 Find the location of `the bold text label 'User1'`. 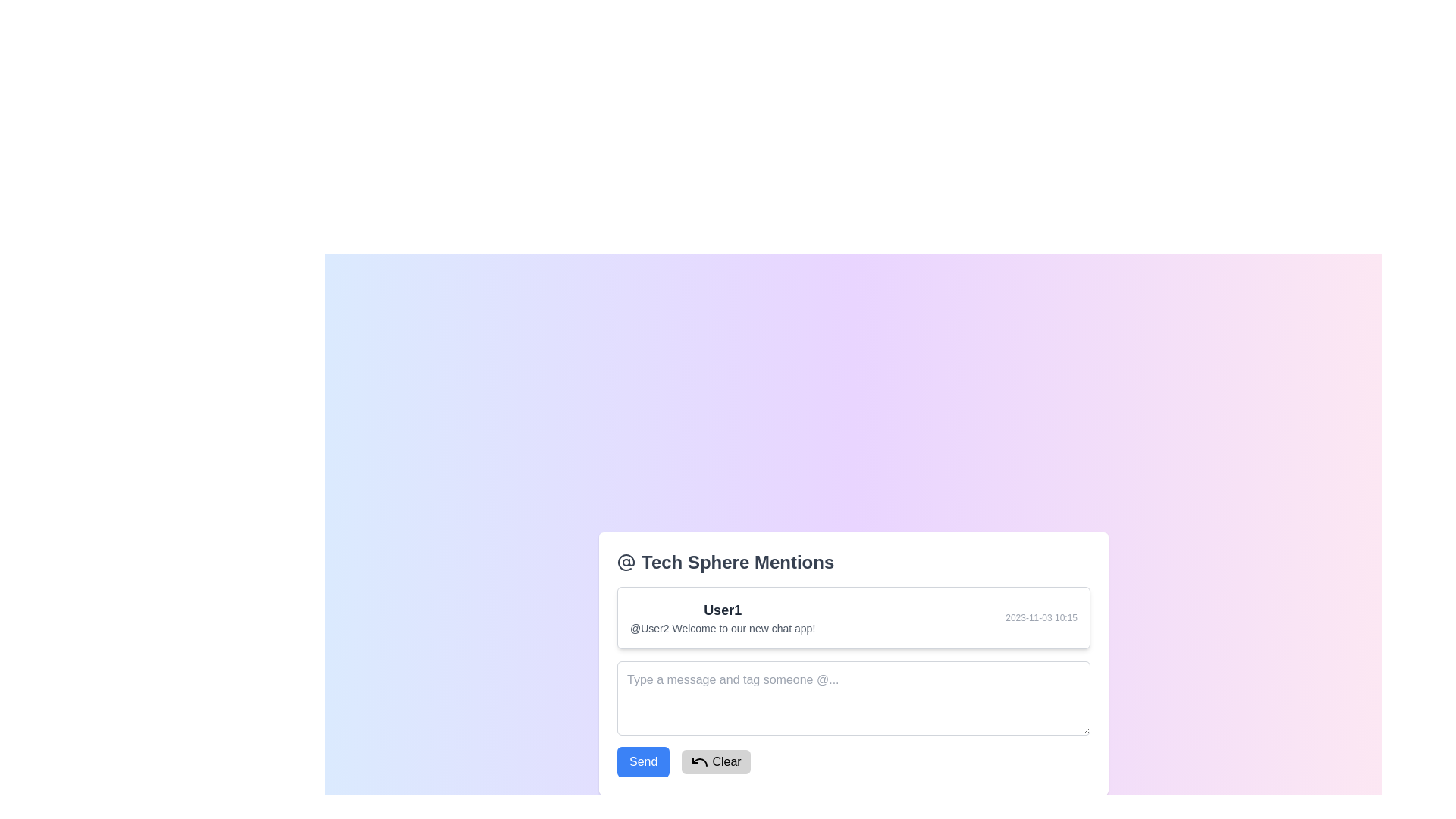

the bold text label 'User1' is located at coordinates (722, 609).